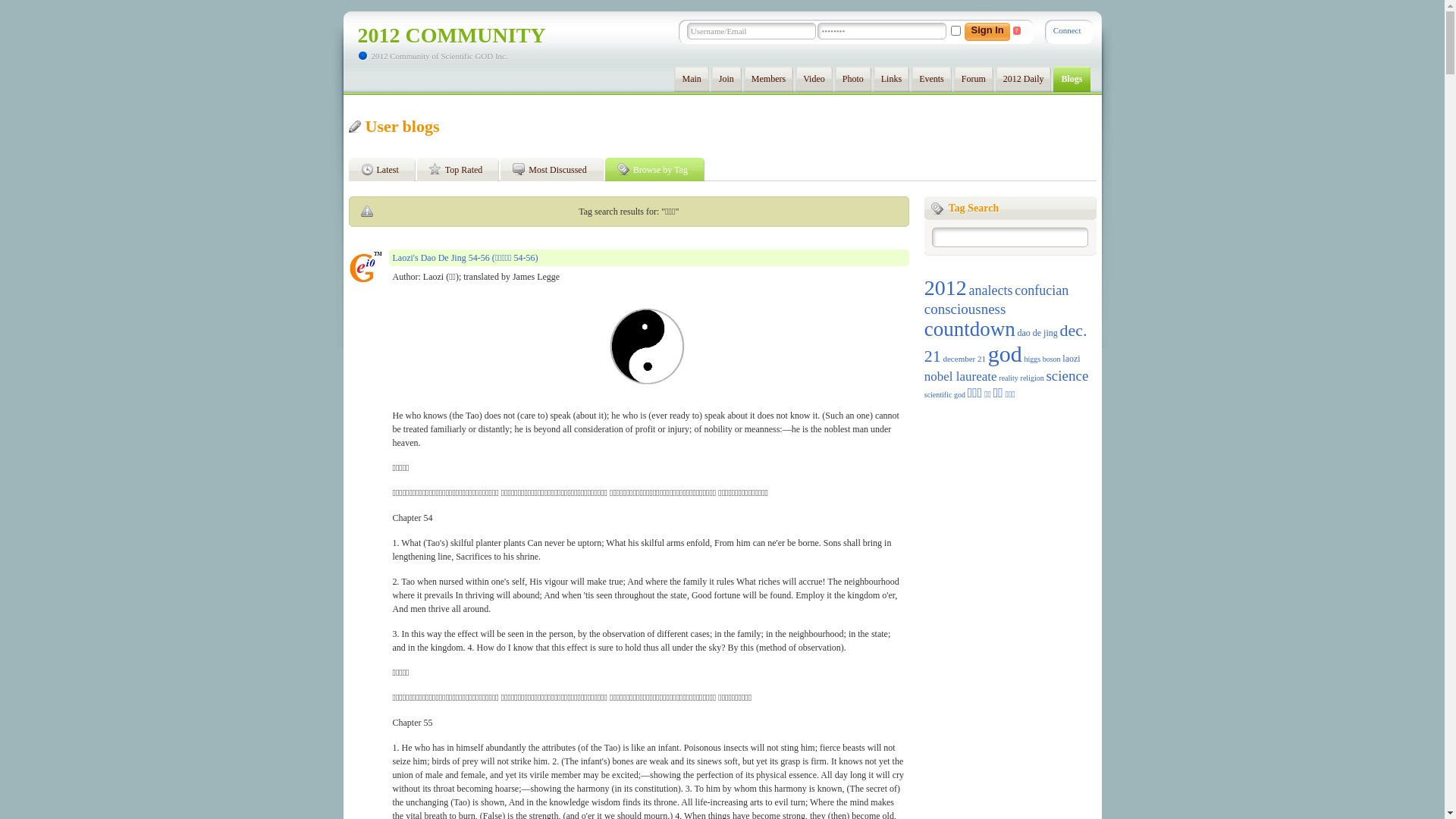  What do you see at coordinates (554, 169) in the screenshot?
I see `'Most Discussed'` at bounding box center [554, 169].